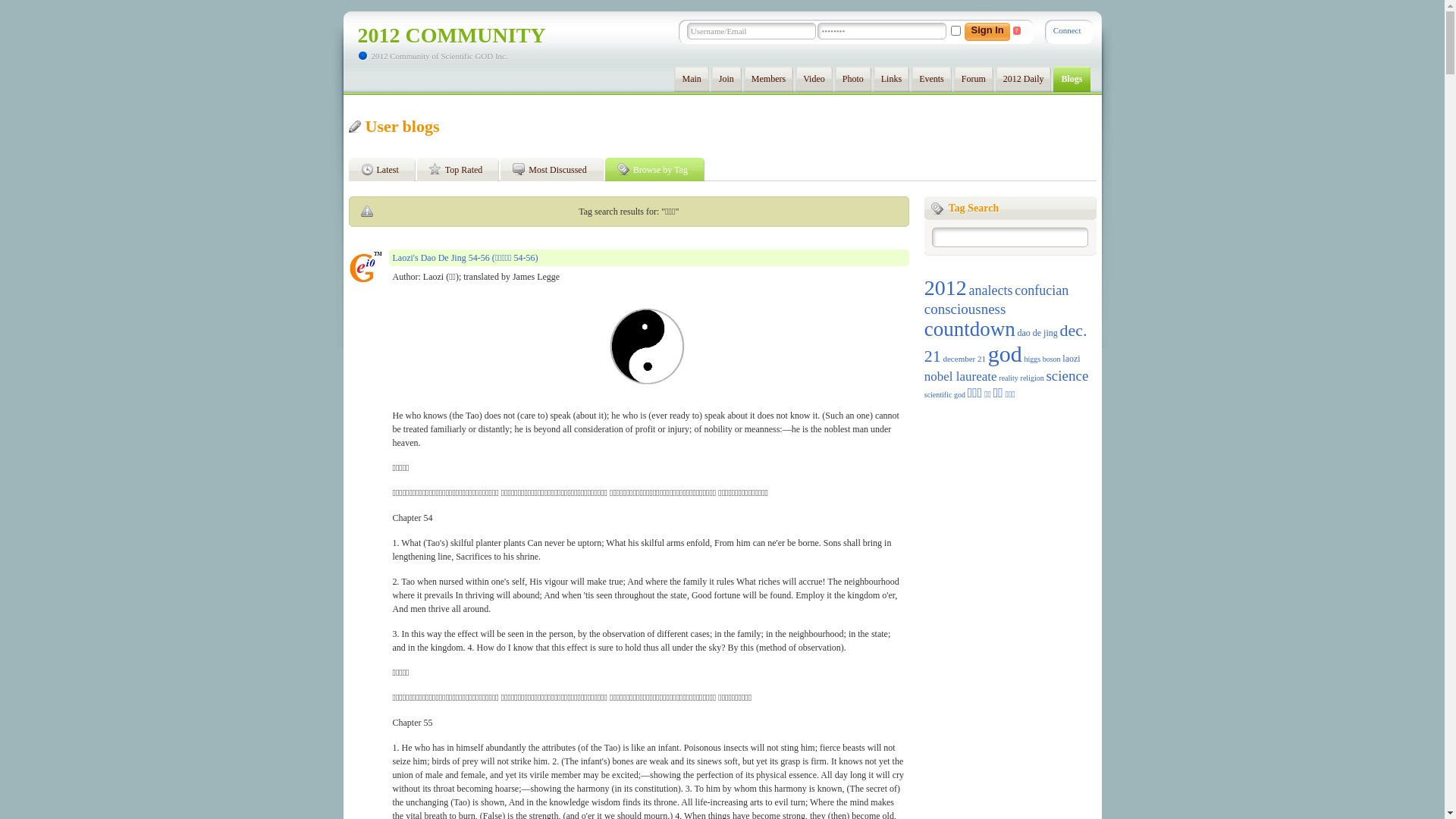  What do you see at coordinates (554, 169) in the screenshot?
I see `'Most Discussed'` at bounding box center [554, 169].